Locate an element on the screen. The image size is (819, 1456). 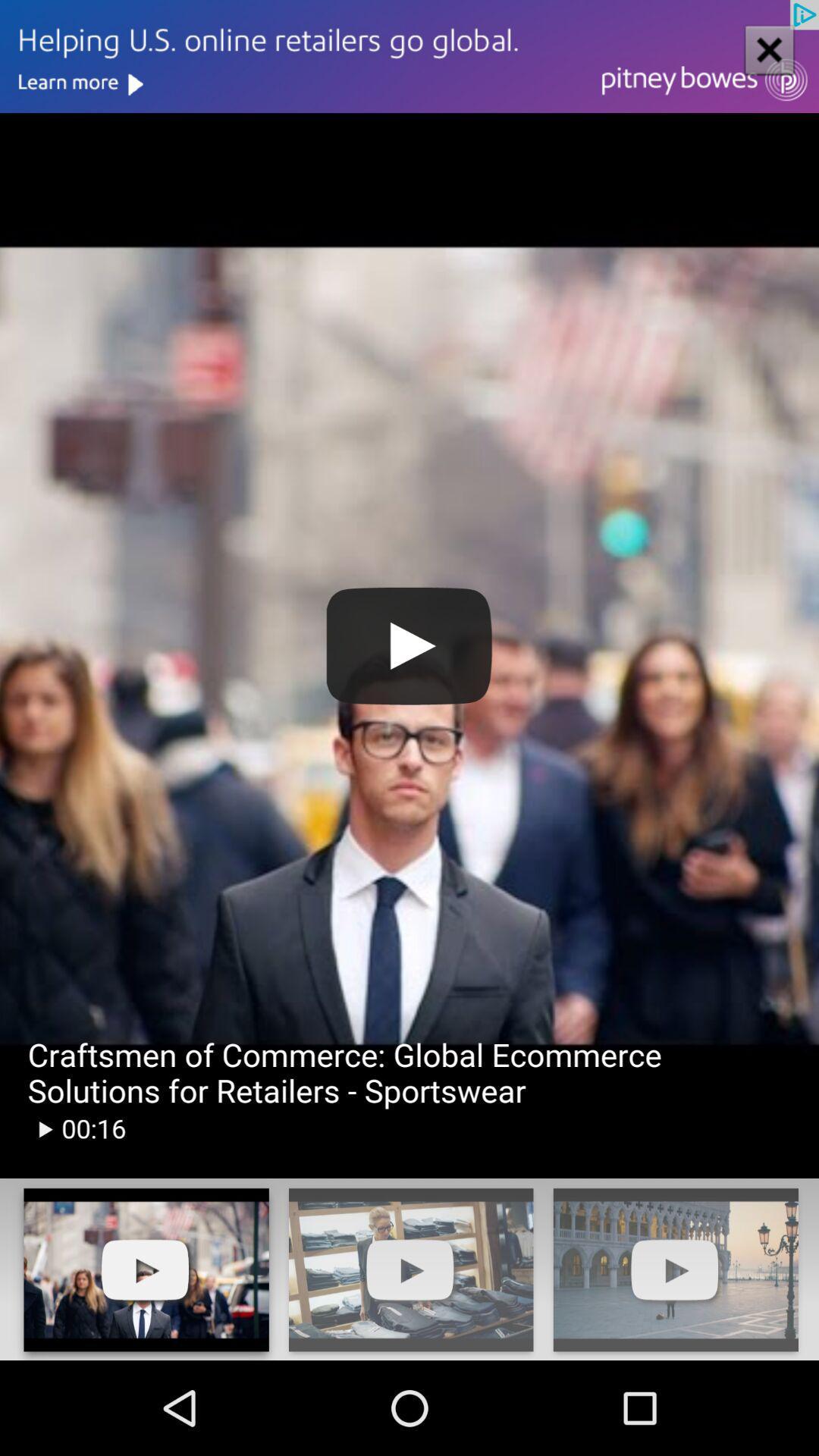
the close icon is located at coordinates (769, 53).